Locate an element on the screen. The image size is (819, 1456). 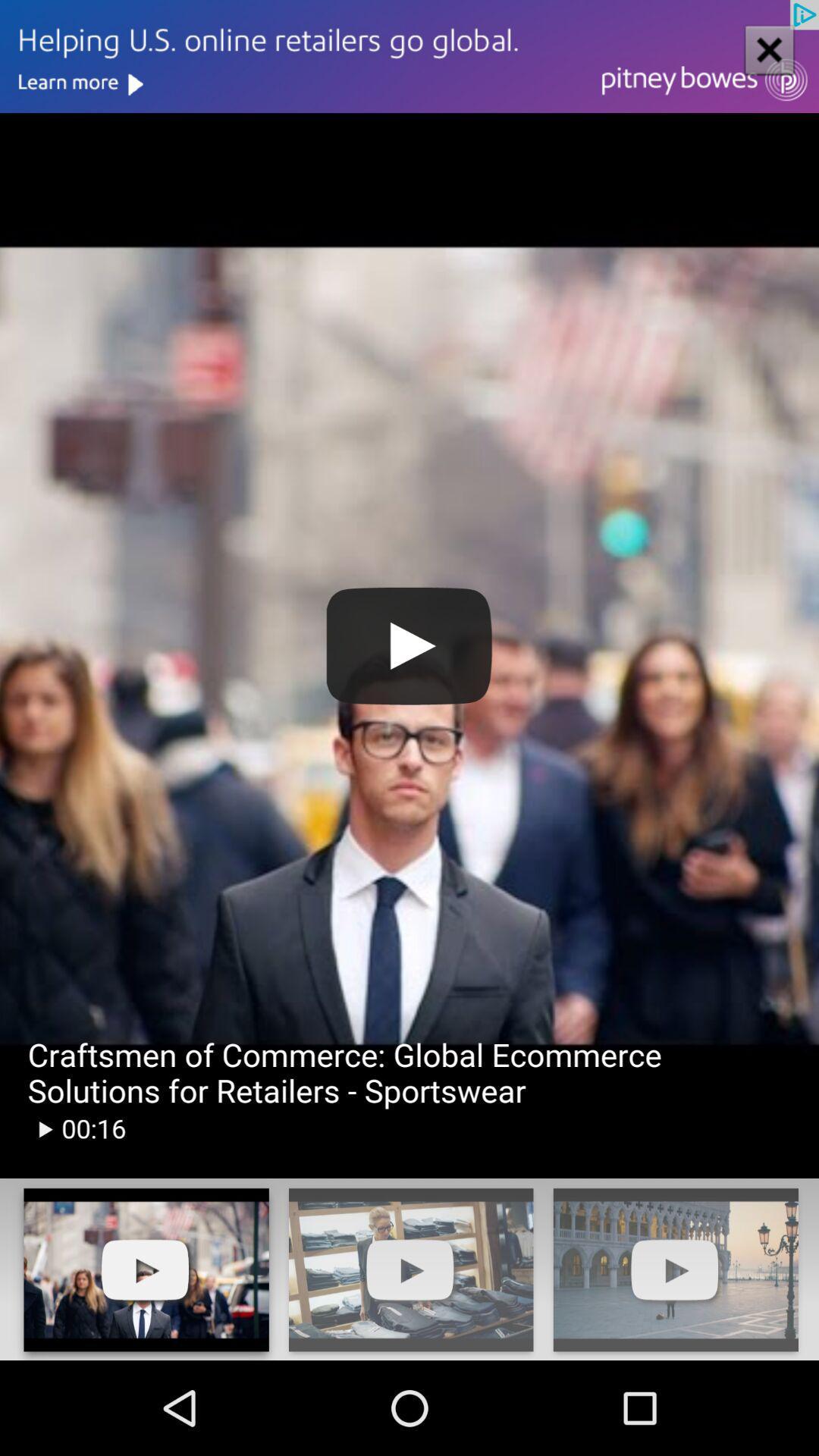
the close icon is located at coordinates (769, 53).